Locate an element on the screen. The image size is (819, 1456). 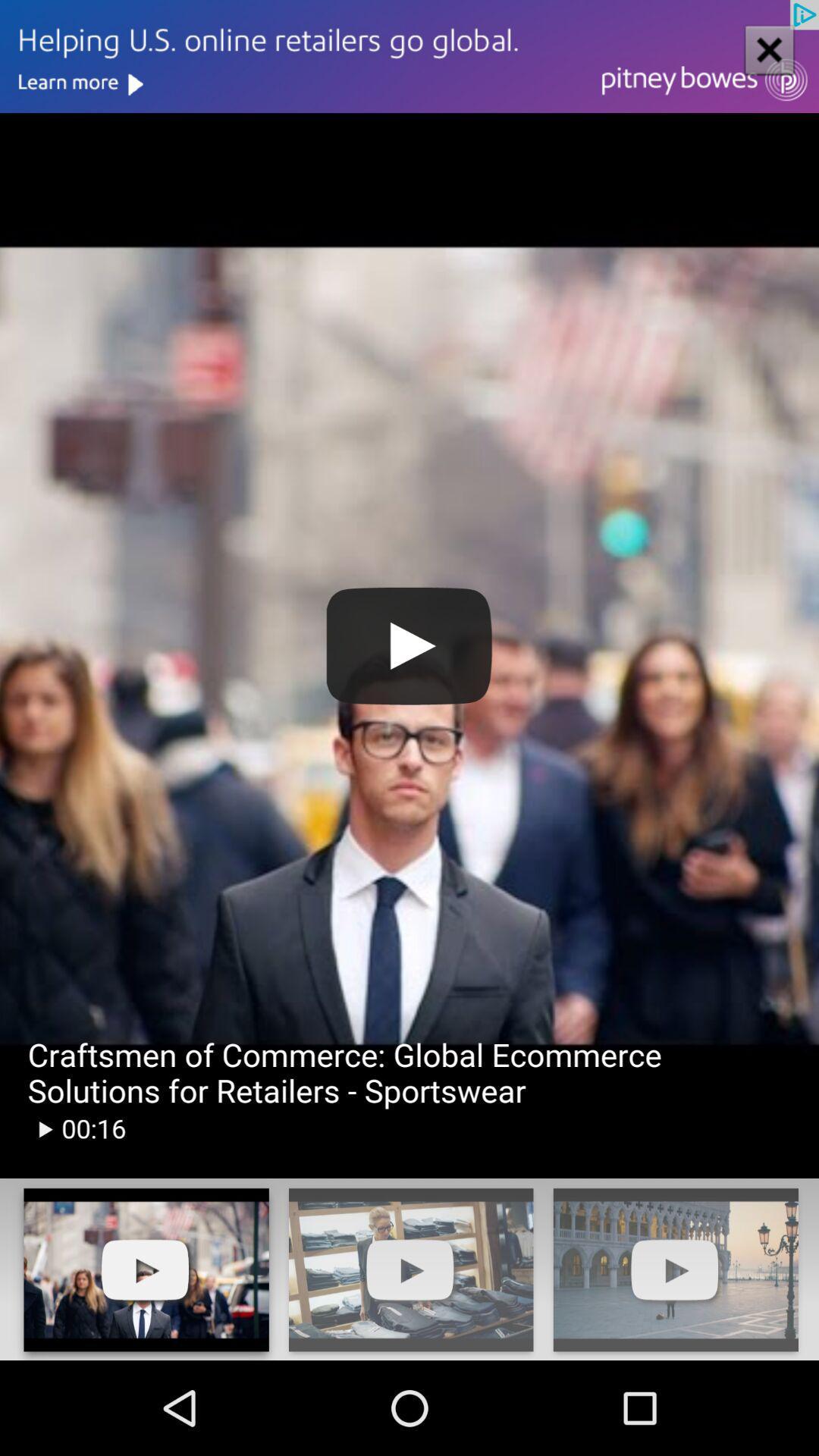
the close icon is located at coordinates (769, 53).